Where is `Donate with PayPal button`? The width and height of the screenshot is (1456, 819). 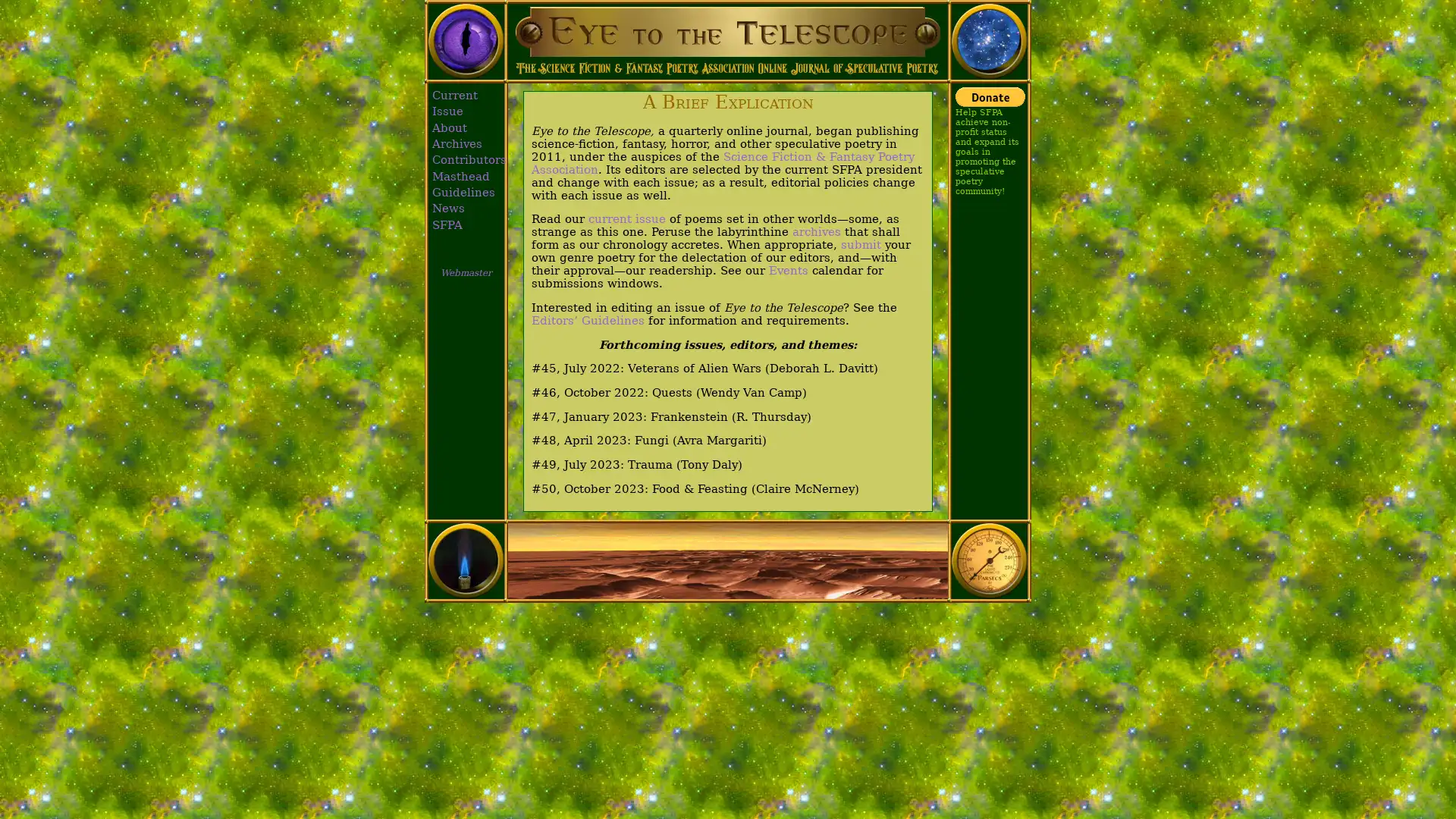 Donate with PayPal button is located at coordinates (990, 96).